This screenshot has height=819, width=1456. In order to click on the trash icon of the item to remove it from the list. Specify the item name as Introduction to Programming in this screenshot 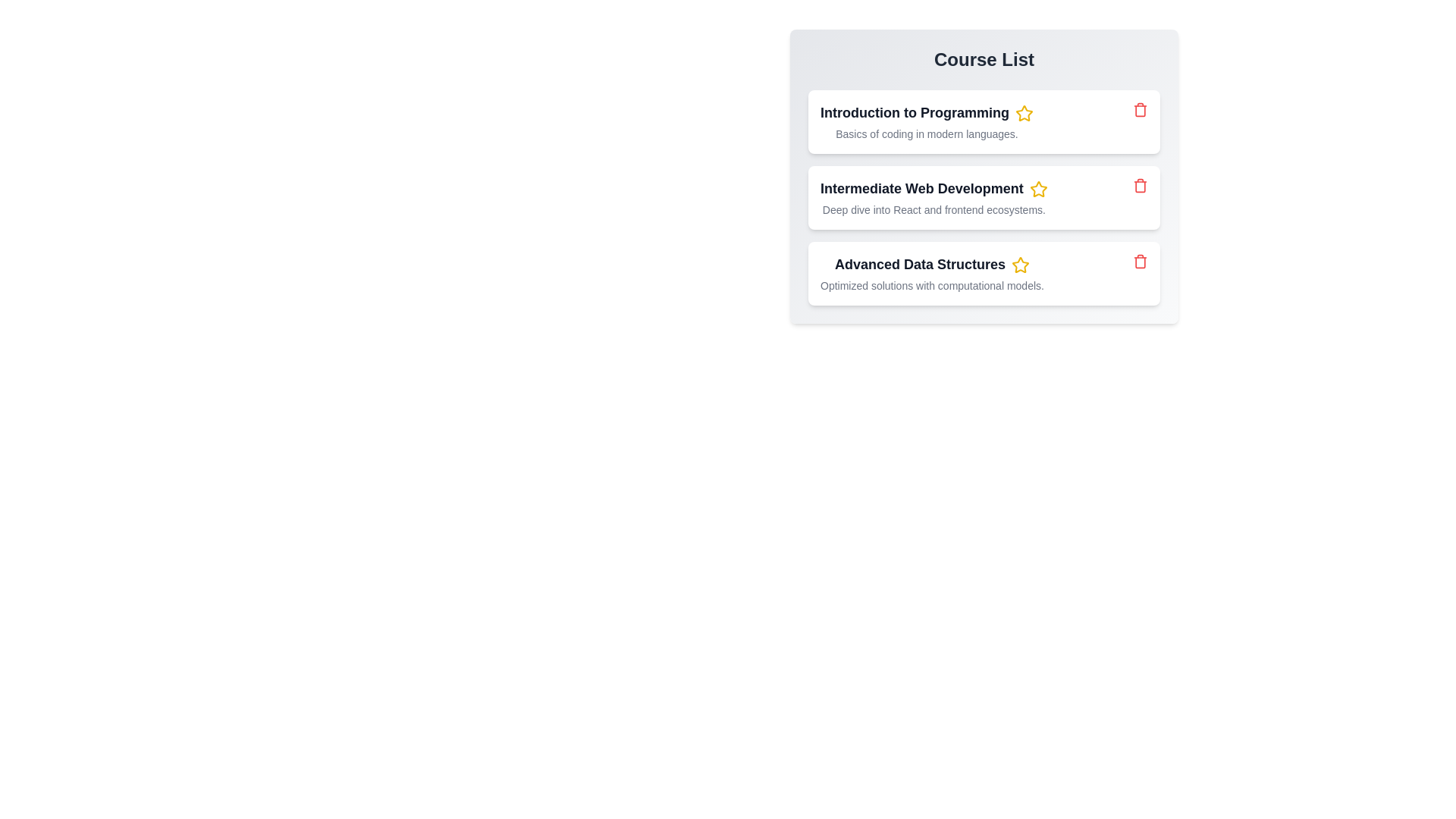, I will do `click(1140, 109)`.